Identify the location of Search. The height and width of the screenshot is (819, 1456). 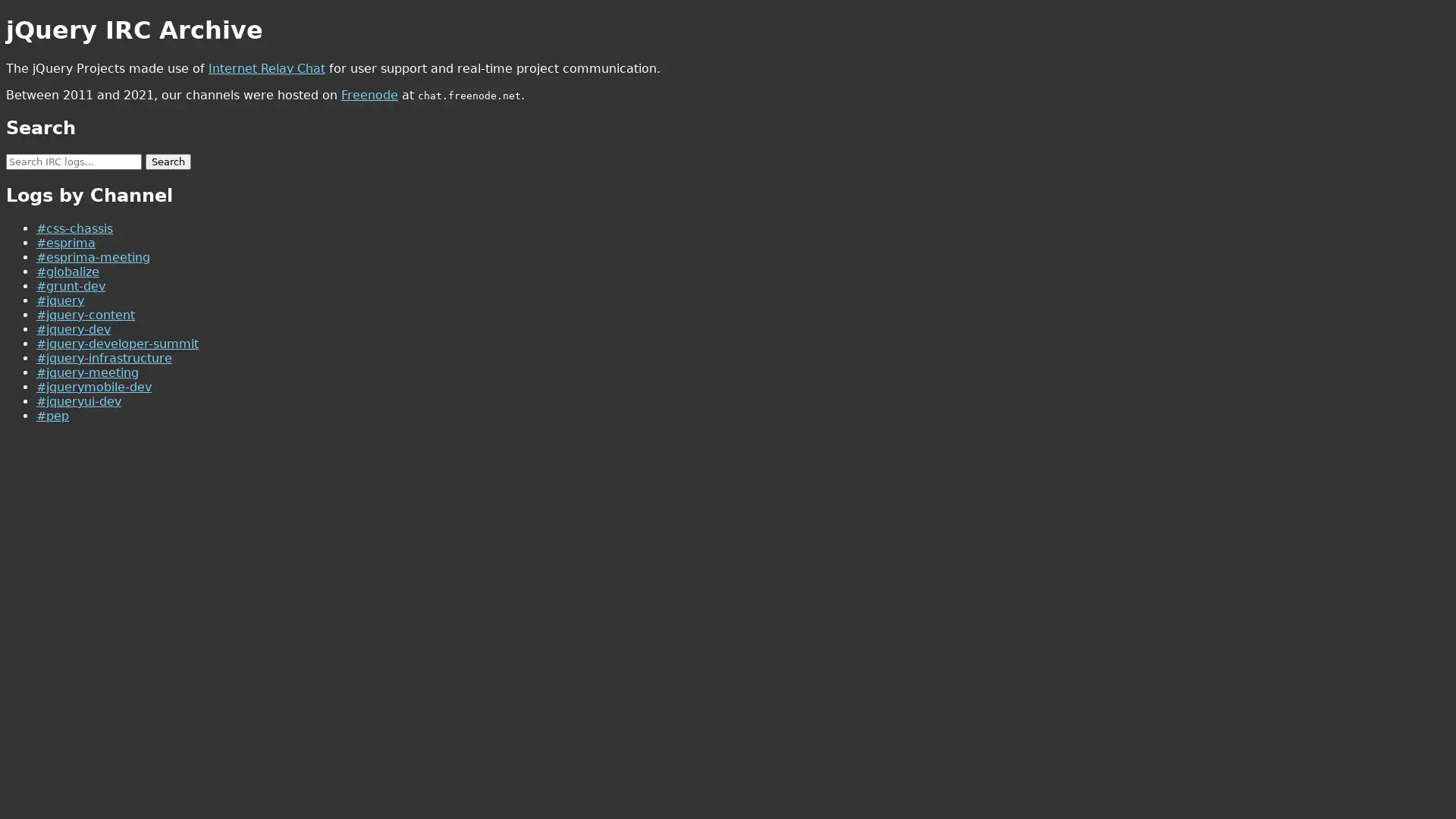
(168, 161).